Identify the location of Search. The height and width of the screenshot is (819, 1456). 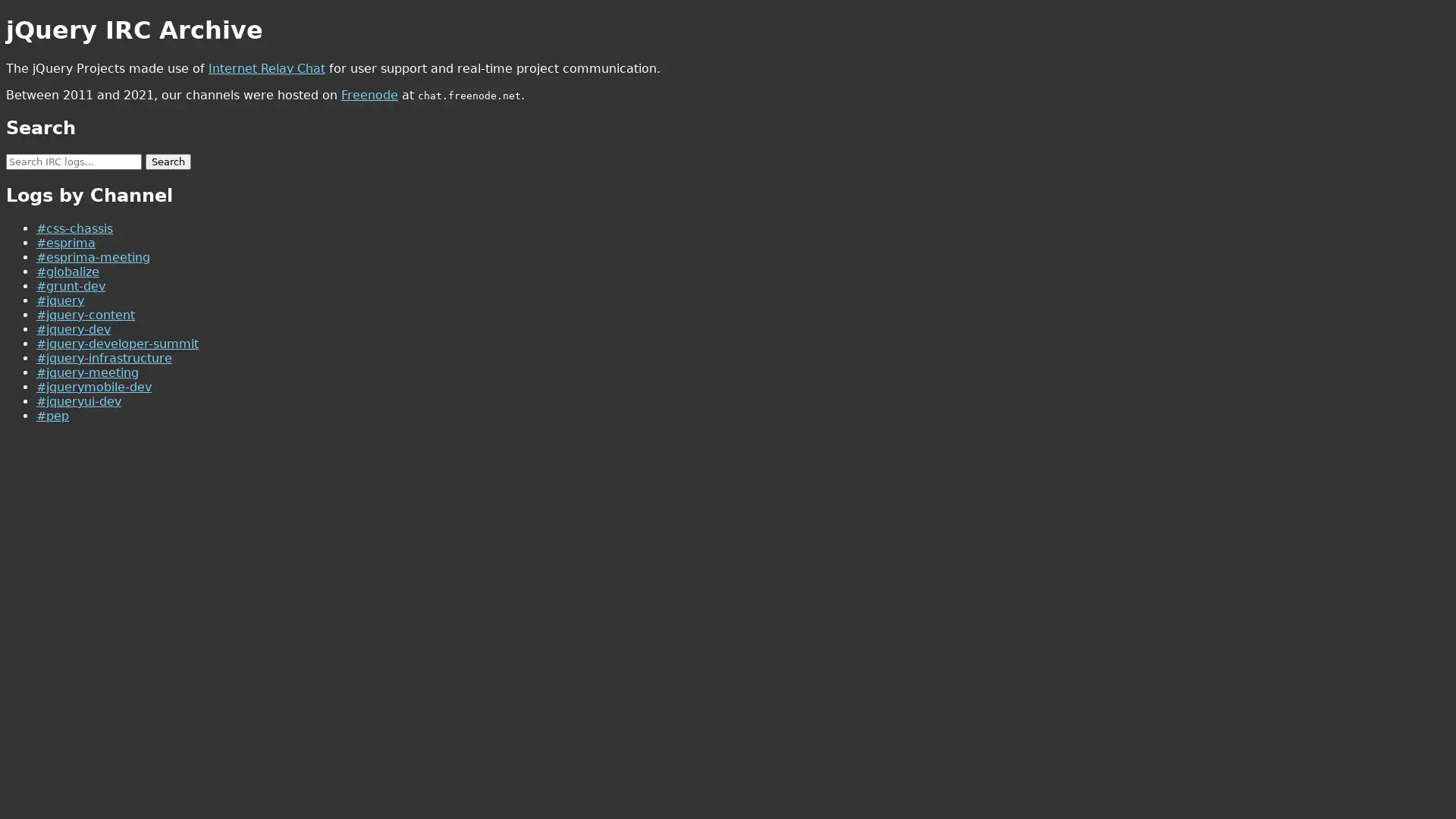
(168, 161).